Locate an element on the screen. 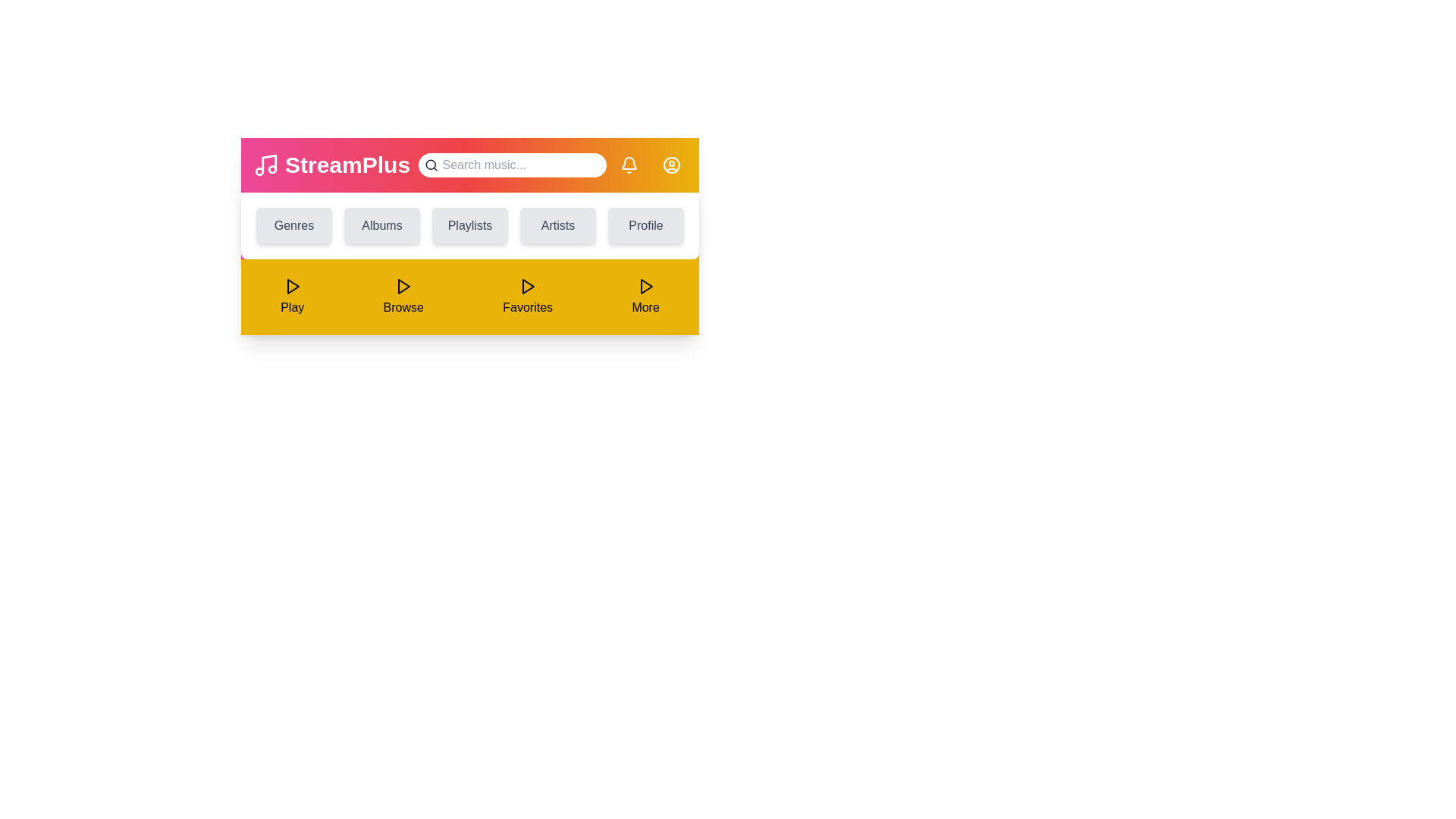 This screenshot has width=1456, height=819. the 'Genres' button to navigate to genres is located at coordinates (294, 225).